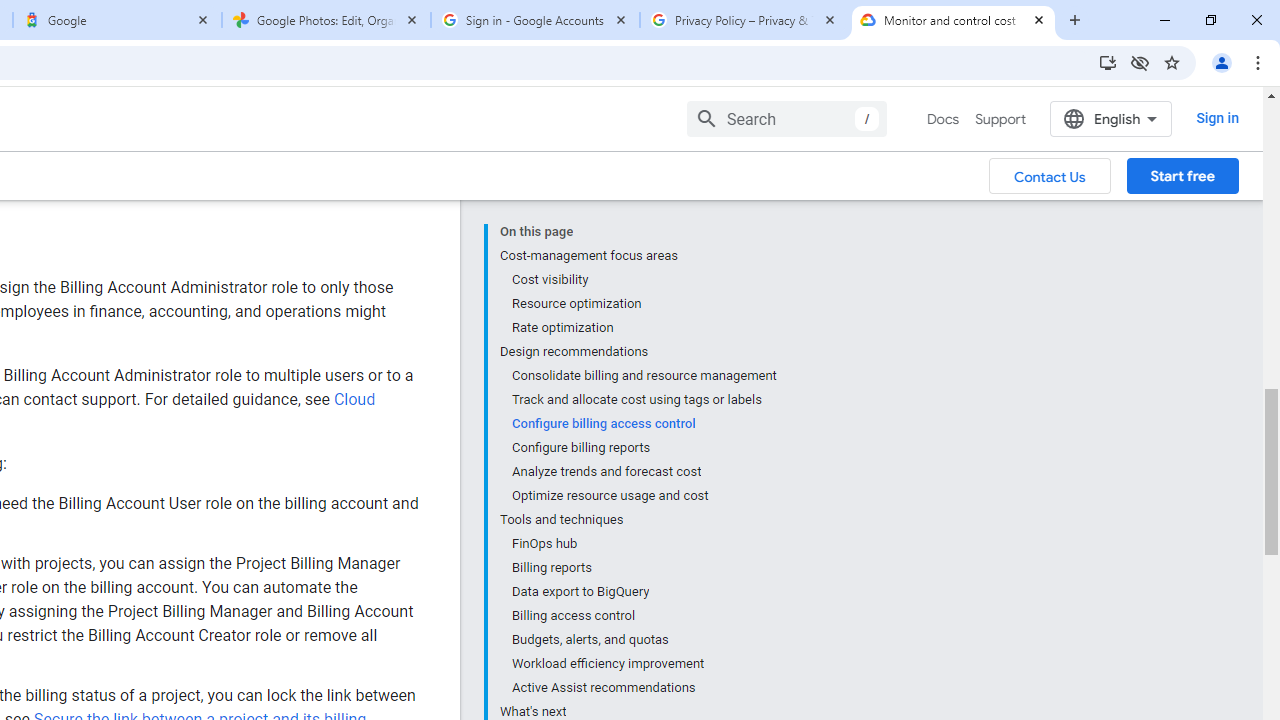  Describe the element at coordinates (1110, 118) in the screenshot. I see `'English'` at that location.